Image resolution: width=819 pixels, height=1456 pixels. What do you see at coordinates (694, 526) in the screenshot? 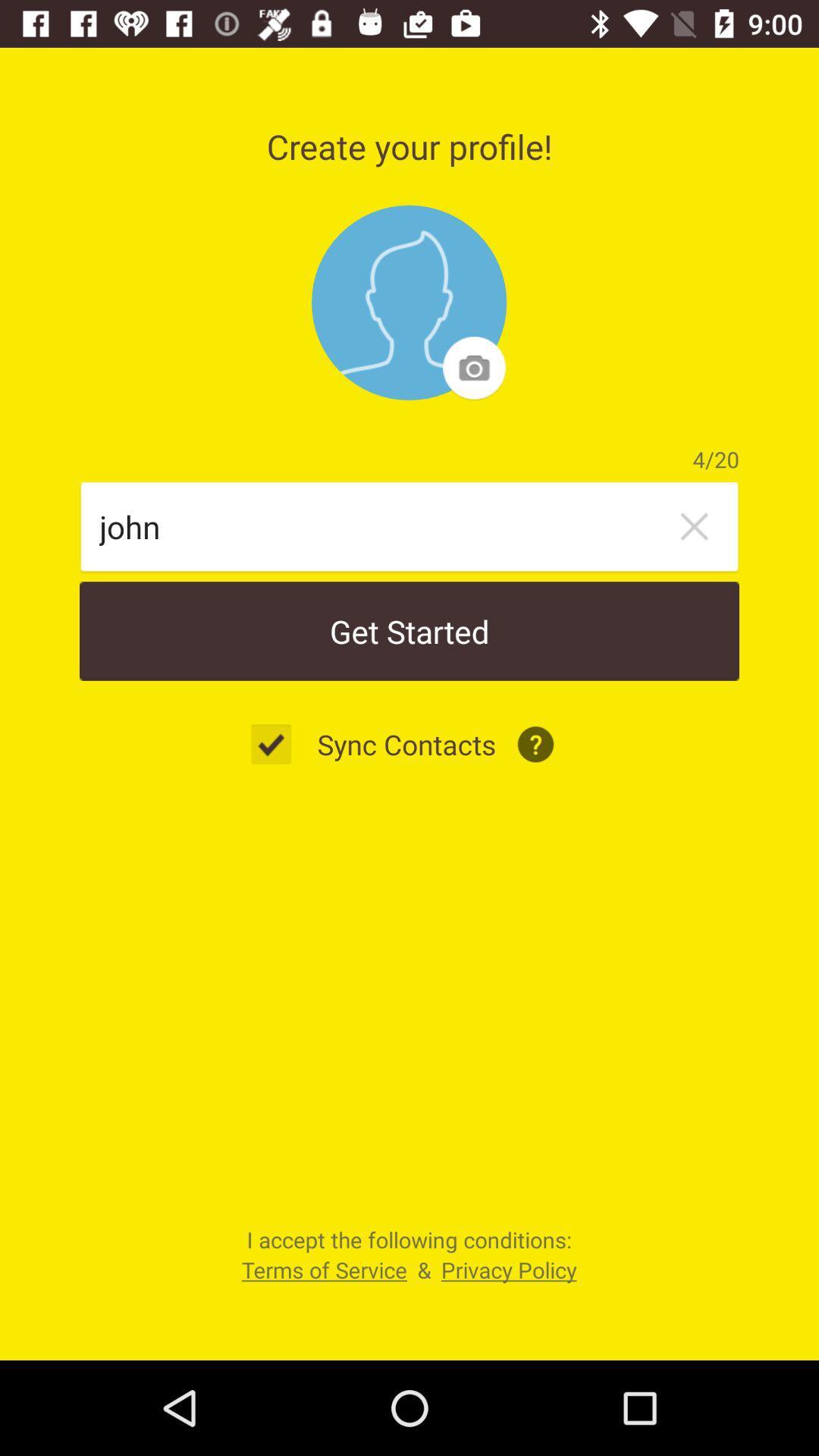
I see `the item below 4/20` at bounding box center [694, 526].